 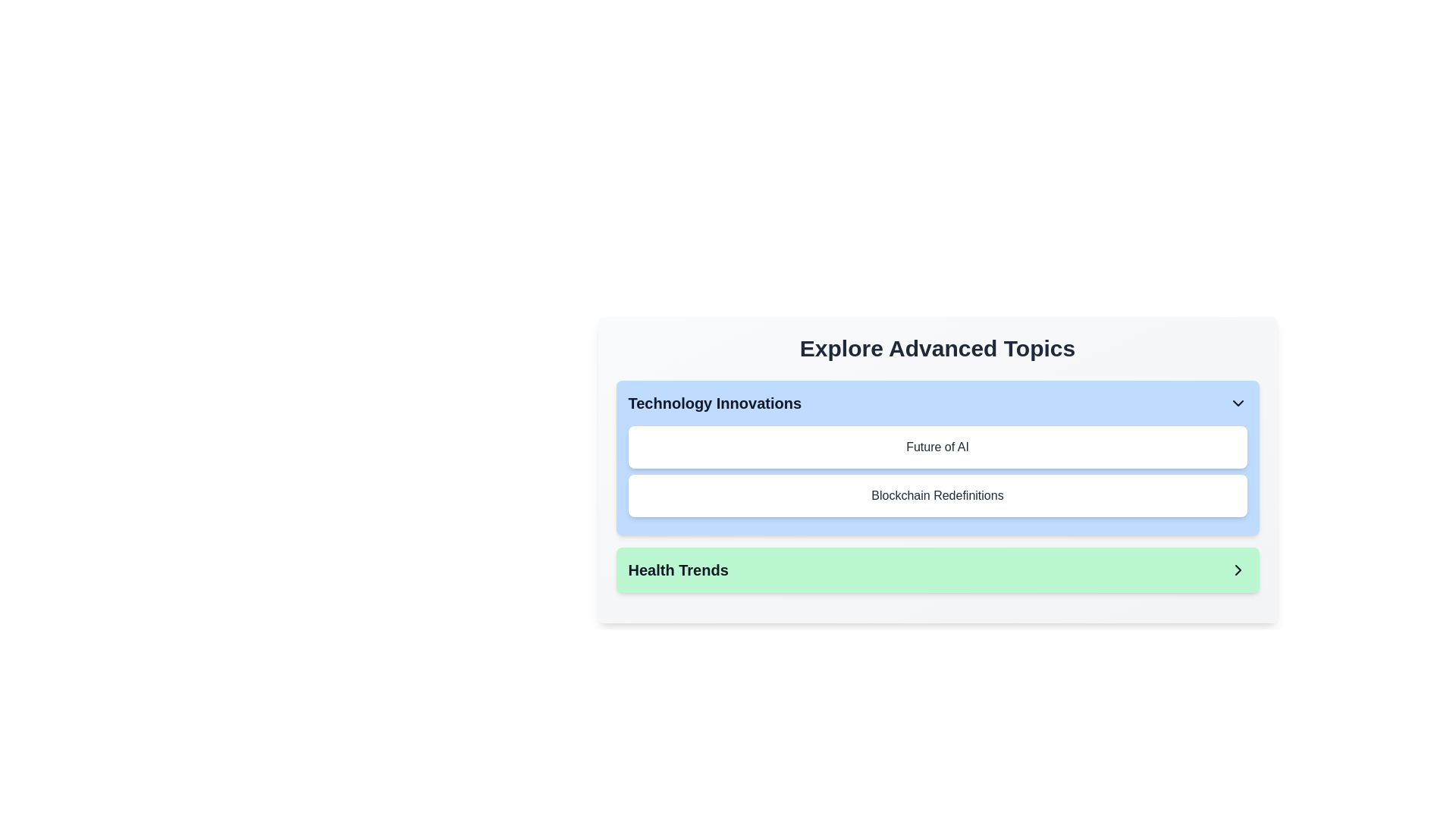 I want to click on the text label that reads 'Explore Advanced Topics', which is a bold, medium-large font positioned at the top of a white-themed card, so click(x=937, y=348).